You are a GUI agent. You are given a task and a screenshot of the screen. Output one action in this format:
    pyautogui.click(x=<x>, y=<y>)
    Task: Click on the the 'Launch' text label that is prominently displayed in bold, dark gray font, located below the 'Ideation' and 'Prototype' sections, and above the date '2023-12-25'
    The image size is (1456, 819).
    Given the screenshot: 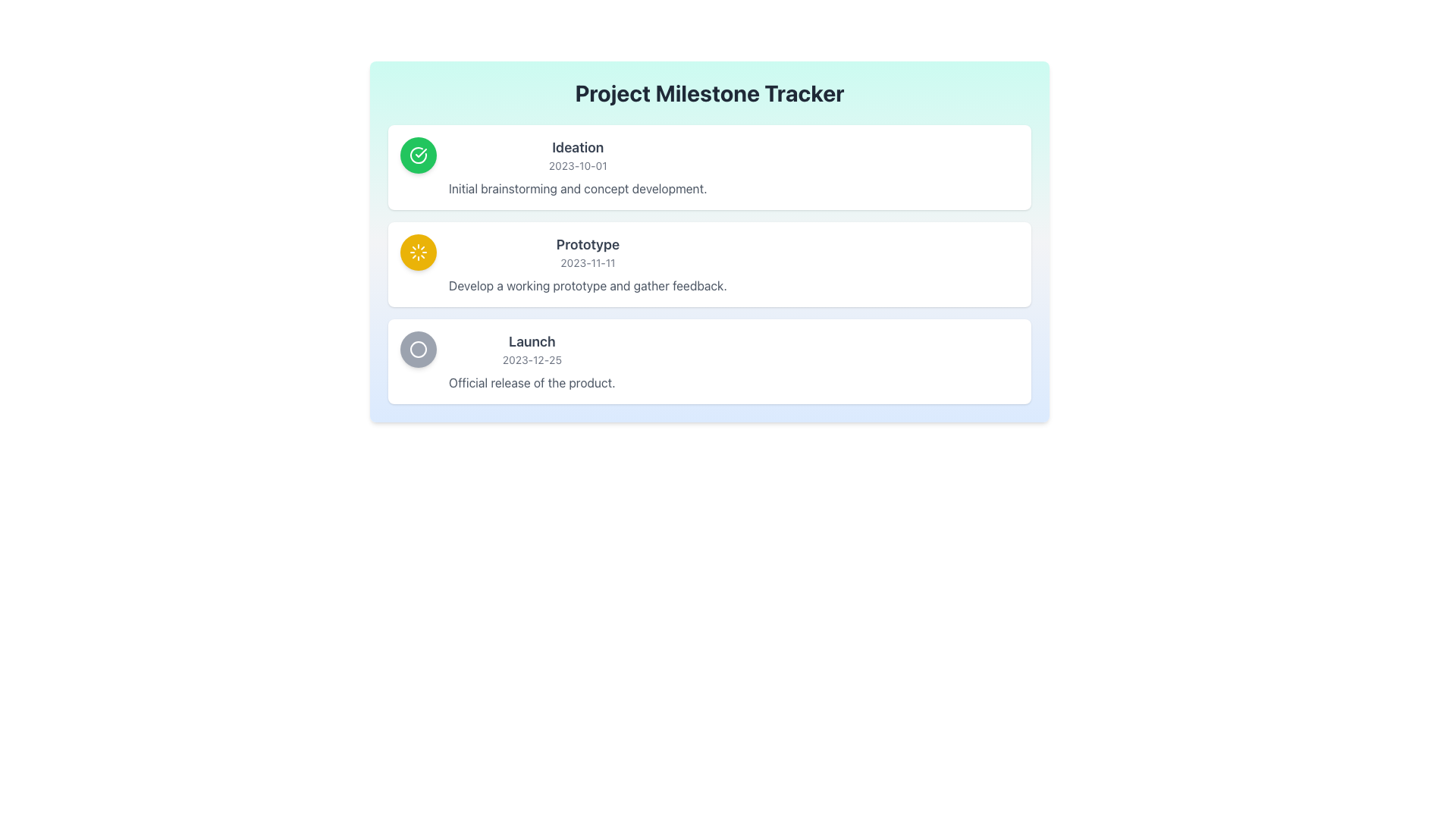 What is the action you would take?
    pyautogui.click(x=532, y=342)
    